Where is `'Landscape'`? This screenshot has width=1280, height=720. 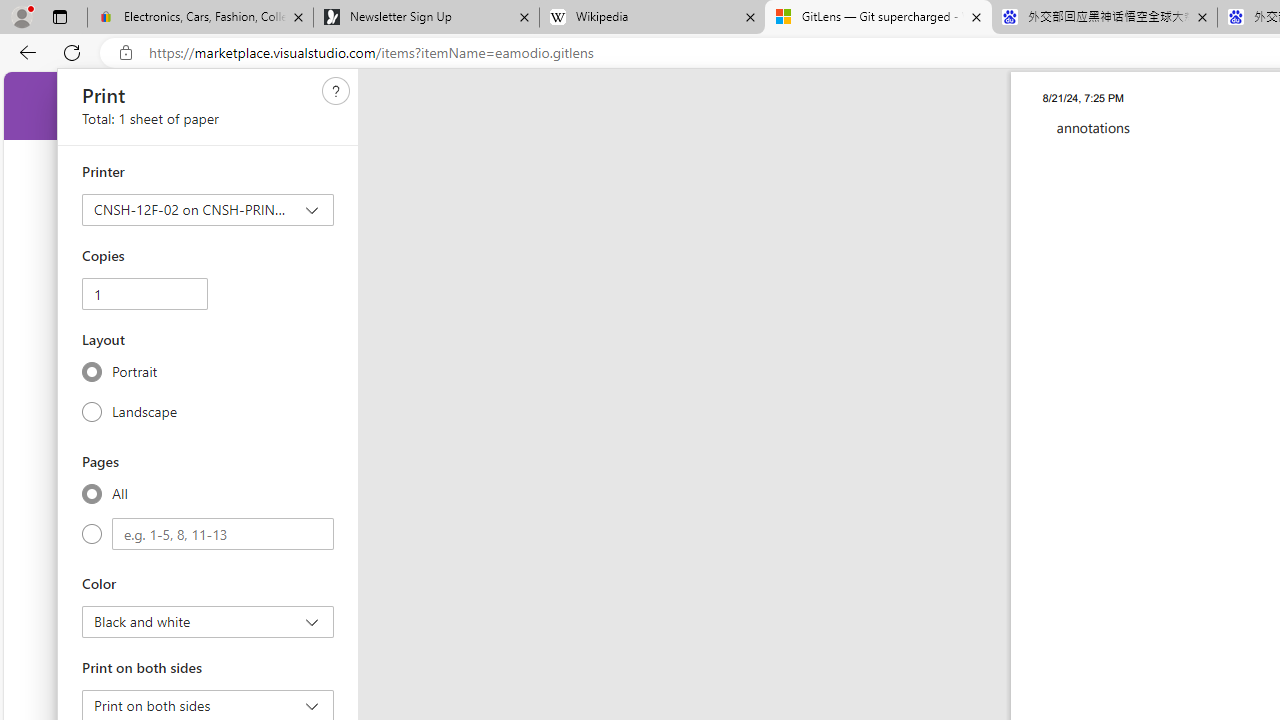 'Landscape' is located at coordinates (91, 410).